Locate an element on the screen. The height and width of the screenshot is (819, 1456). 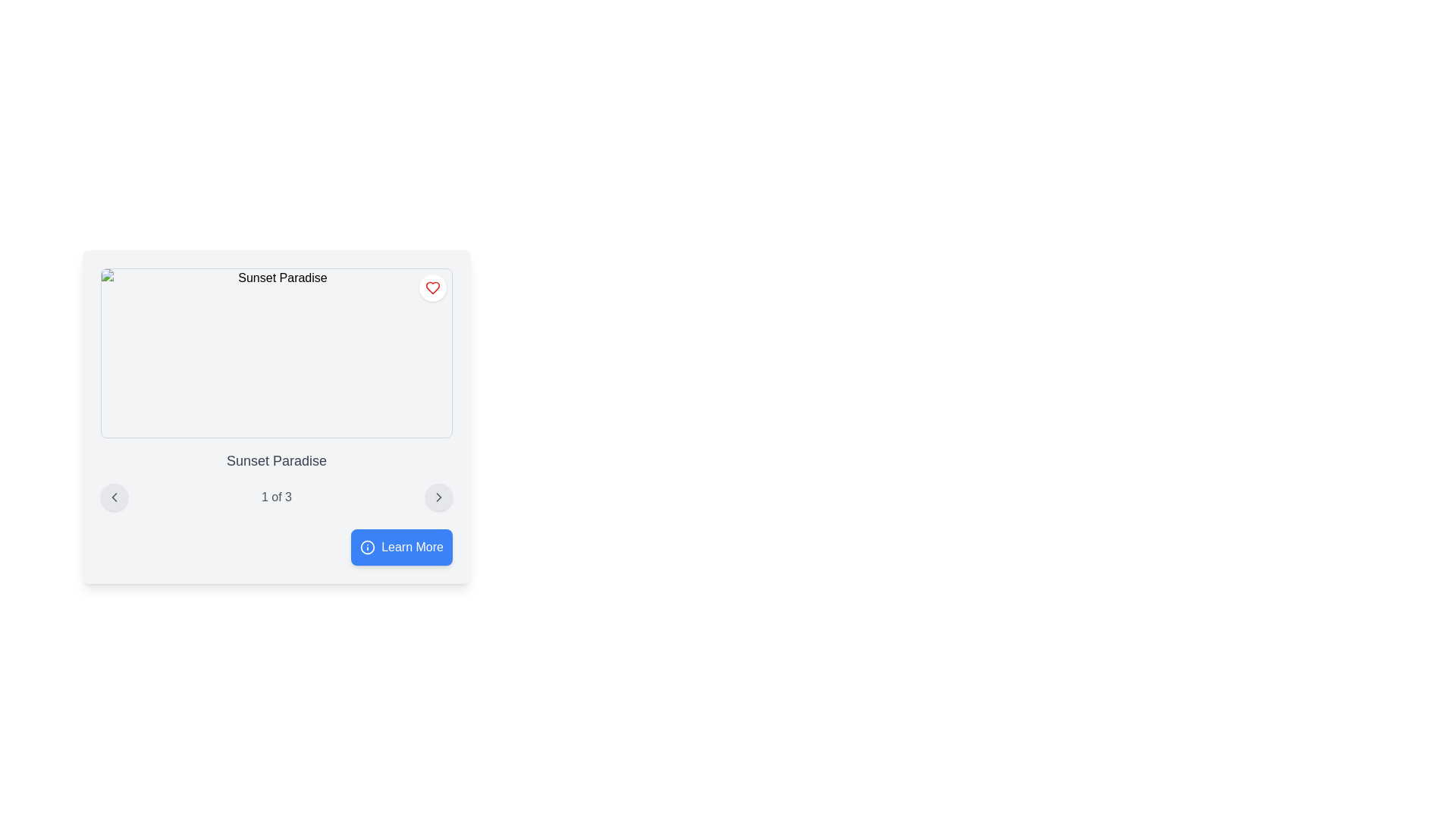
the decorative circle within the SVG icon located in the lower-right area of the card layout containing the 'Learn More' button is located at coordinates (368, 547).